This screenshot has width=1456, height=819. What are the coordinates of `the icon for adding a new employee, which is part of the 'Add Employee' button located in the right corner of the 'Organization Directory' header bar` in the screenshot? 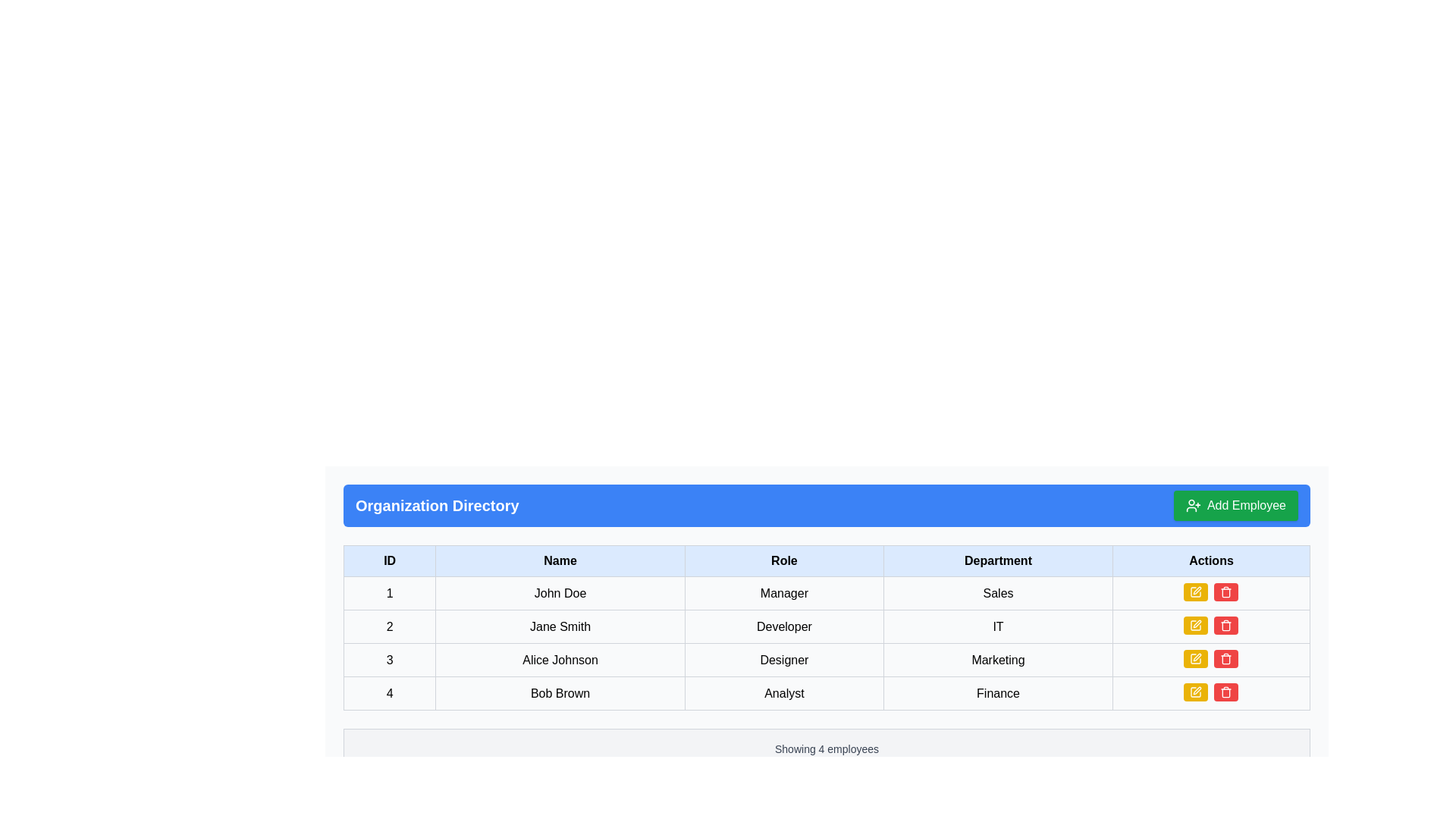 It's located at (1193, 506).